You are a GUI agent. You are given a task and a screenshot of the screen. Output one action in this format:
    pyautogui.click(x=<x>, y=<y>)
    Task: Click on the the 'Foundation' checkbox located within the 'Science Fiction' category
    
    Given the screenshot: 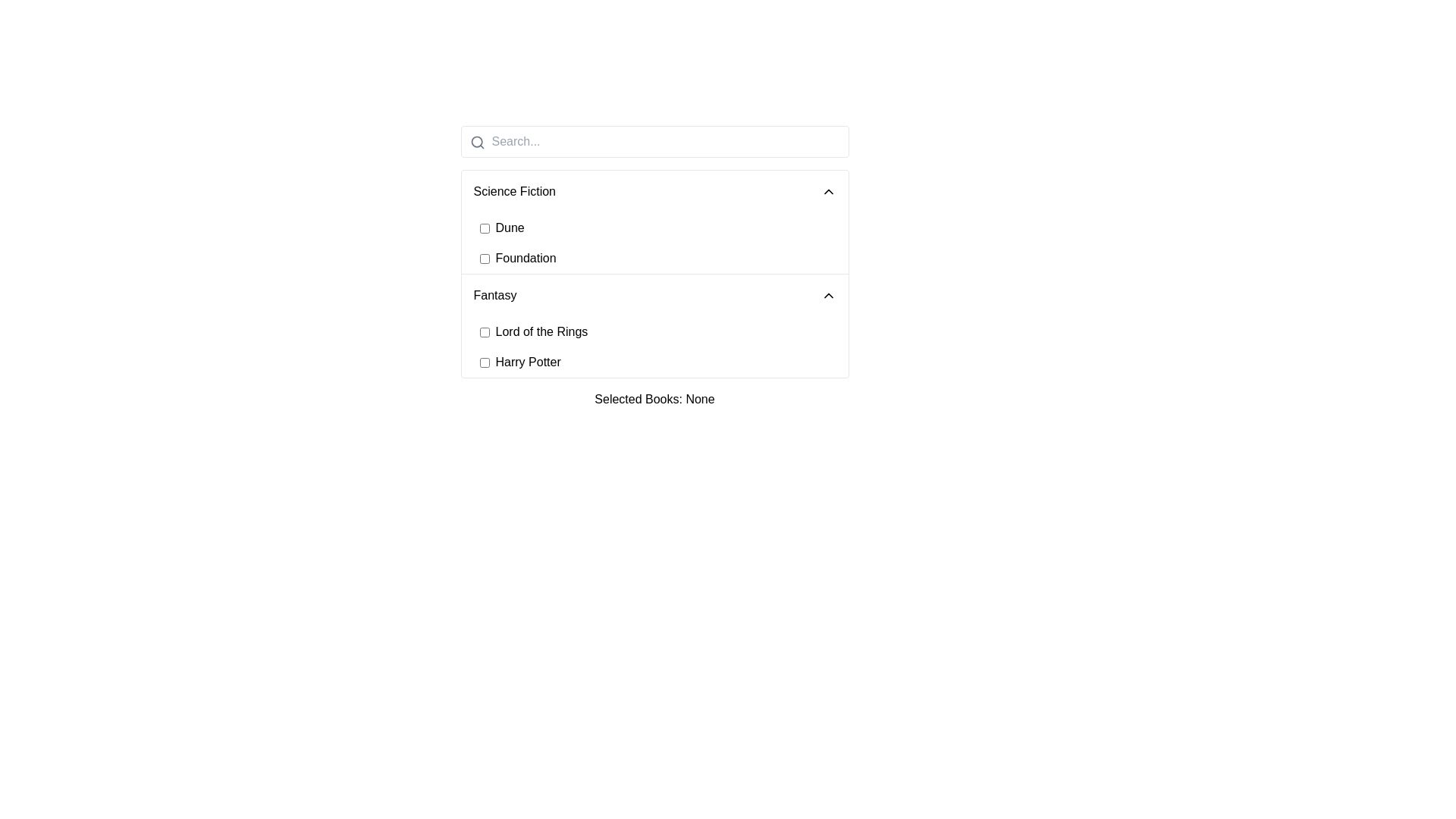 What is the action you would take?
    pyautogui.click(x=664, y=257)
    